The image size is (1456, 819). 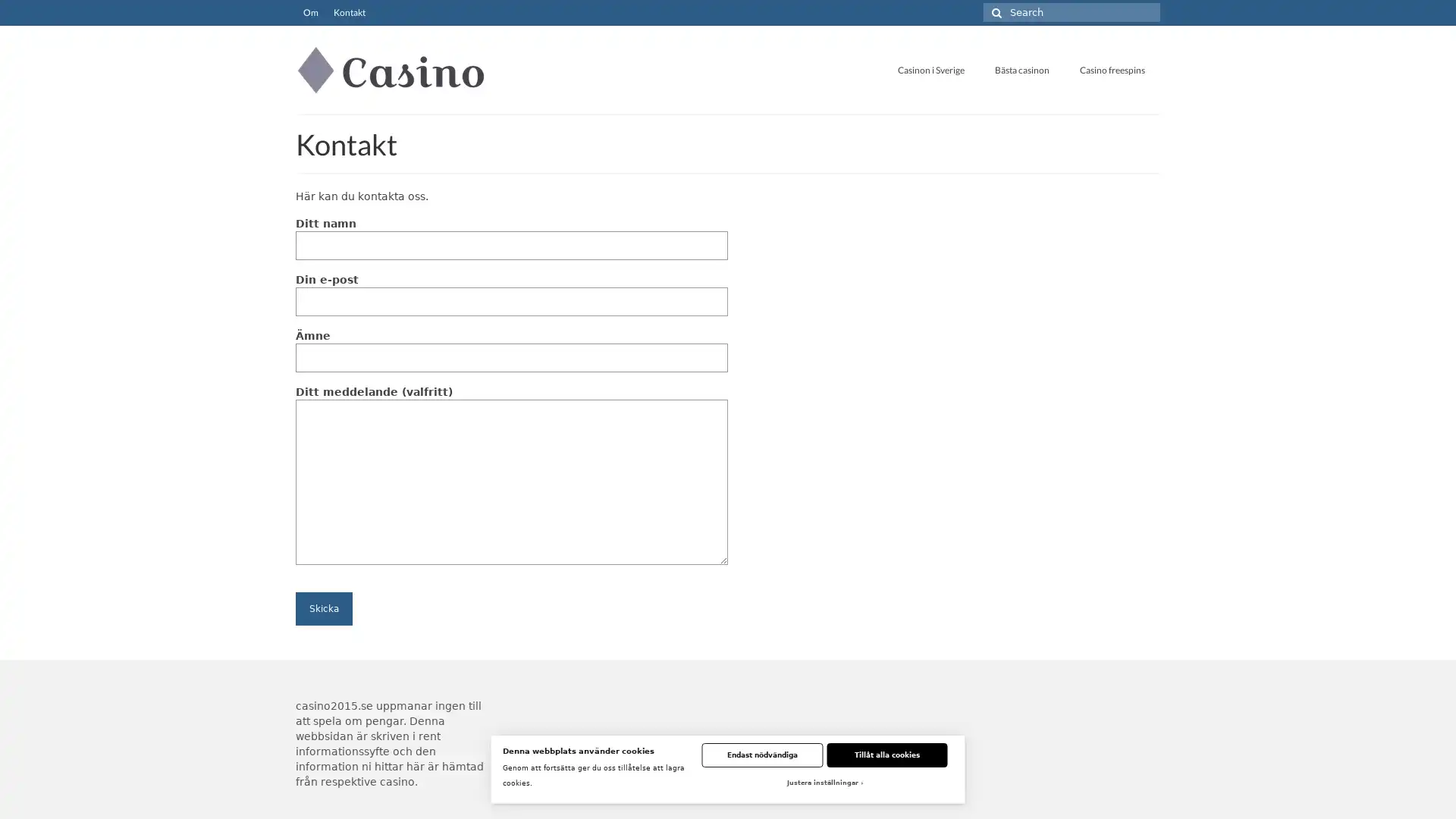 What do you see at coordinates (823, 783) in the screenshot?
I see `Justera installningar` at bounding box center [823, 783].